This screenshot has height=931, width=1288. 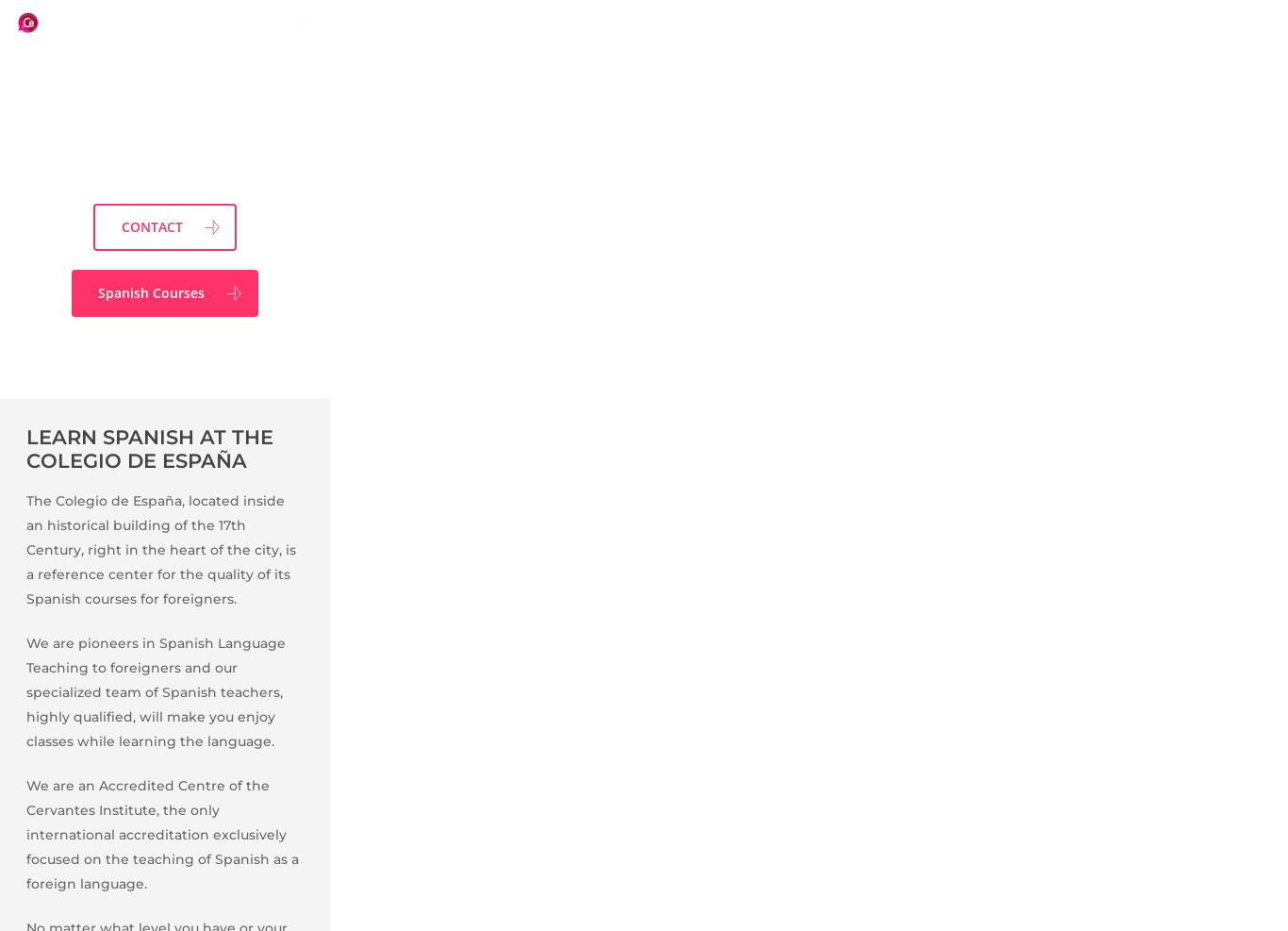 I want to click on 'LEARN SPANISH AT THE COLEGIO DE ESPAÑA', so click(x=149, y=448).